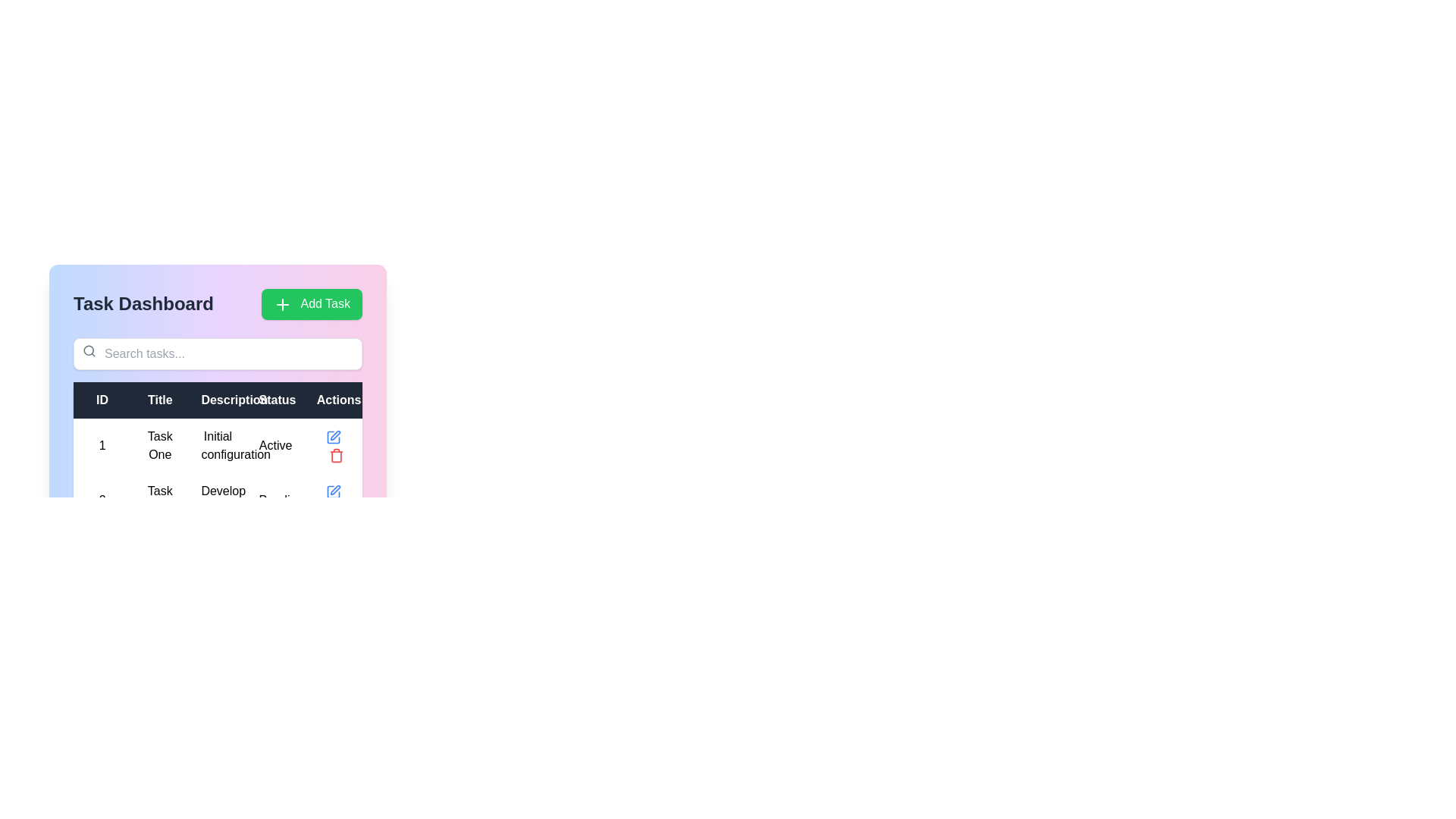 The width and height of the screenshot is (1456, 819). I want to click on the second row in the data table, which is located below 'Task One' and above 'Task Three', for reordering, so click(217, 500).